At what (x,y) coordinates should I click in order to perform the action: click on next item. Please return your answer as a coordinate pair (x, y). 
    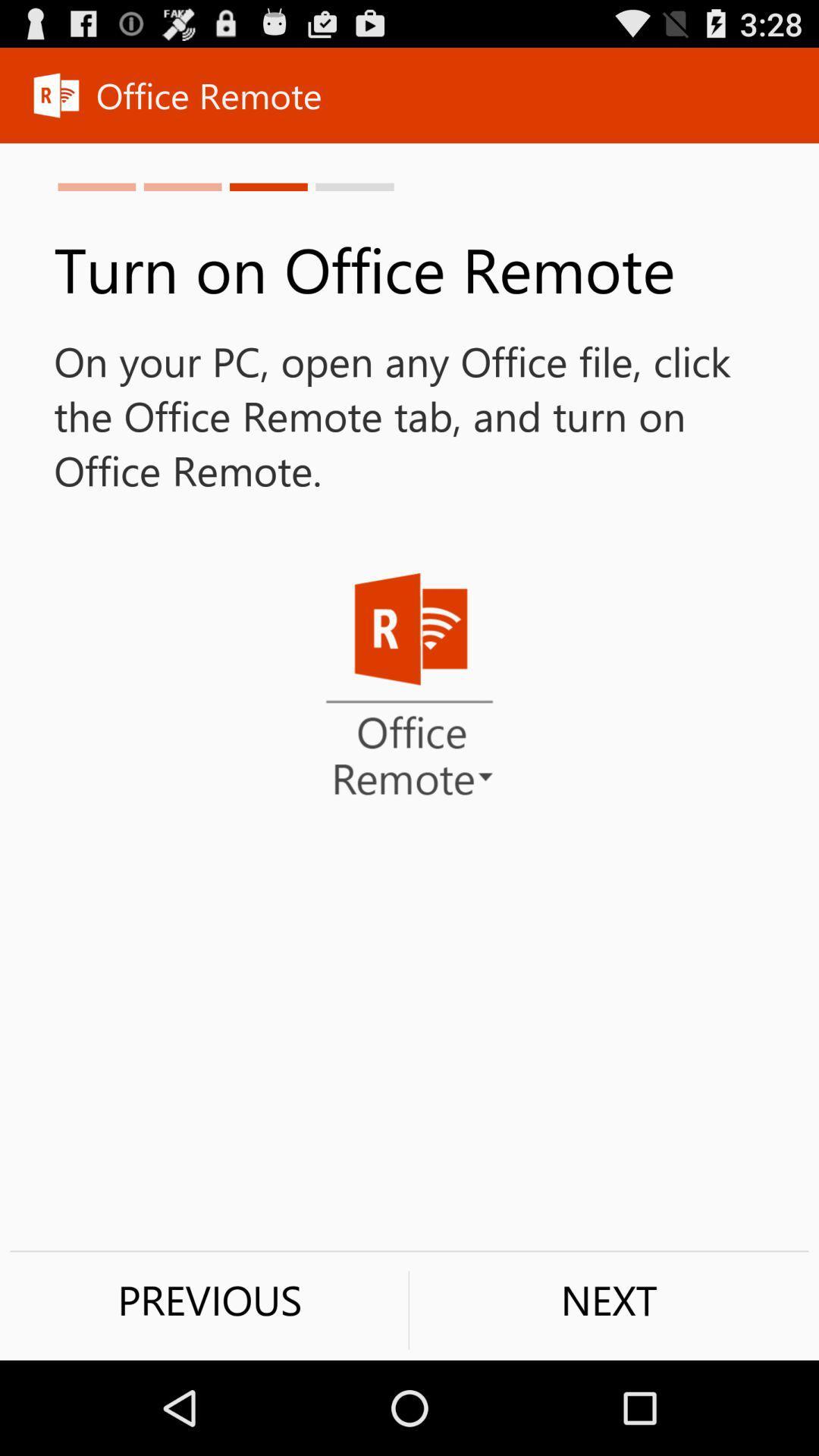
    Looking at the image, I should click on (608, 1299).